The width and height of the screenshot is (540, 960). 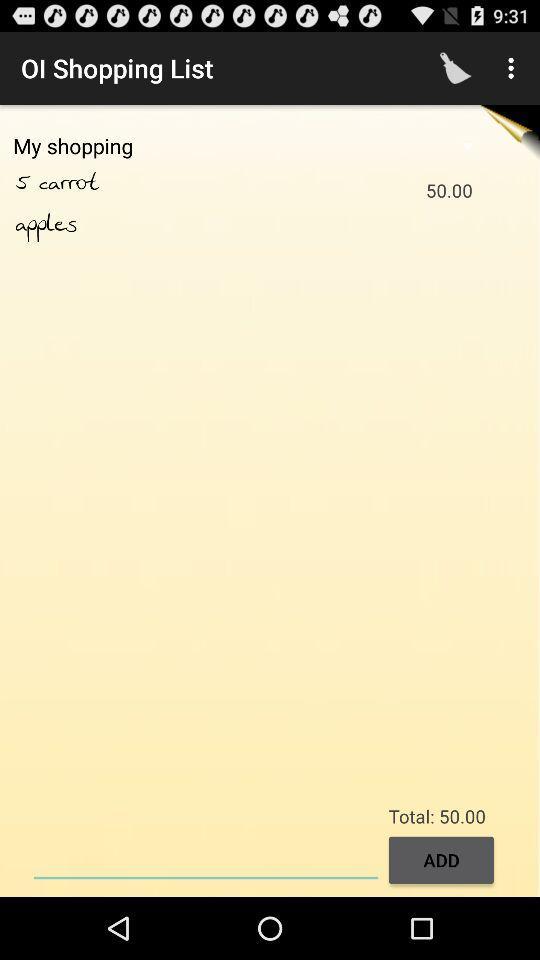 What do you see at coordinates (205, 857) in the screenshot?
I see `a blank field for typing anything into` at bounding box center [205, 857].